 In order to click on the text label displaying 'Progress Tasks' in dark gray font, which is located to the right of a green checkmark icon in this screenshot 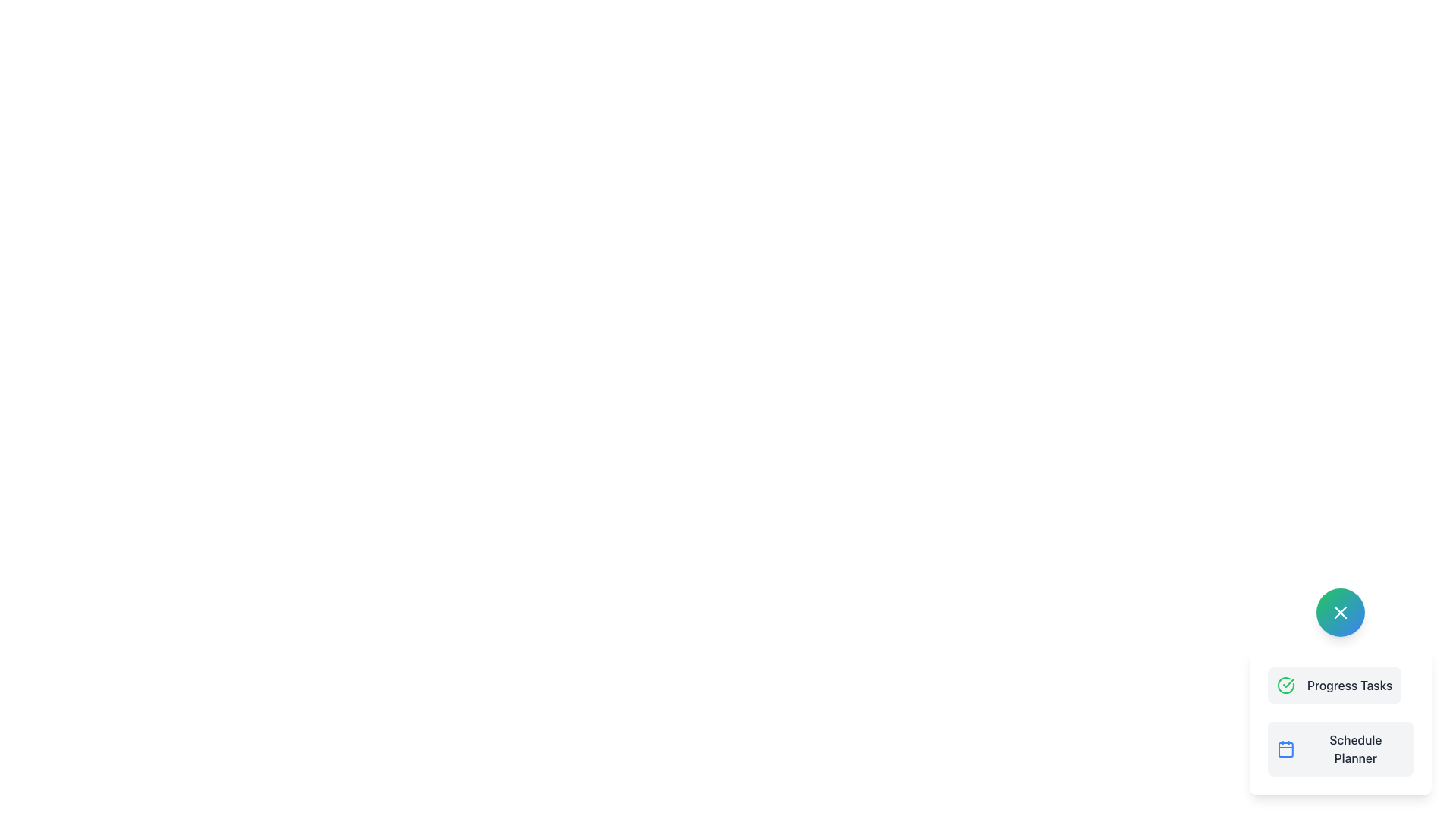, I will do `click(1350, 685)`.